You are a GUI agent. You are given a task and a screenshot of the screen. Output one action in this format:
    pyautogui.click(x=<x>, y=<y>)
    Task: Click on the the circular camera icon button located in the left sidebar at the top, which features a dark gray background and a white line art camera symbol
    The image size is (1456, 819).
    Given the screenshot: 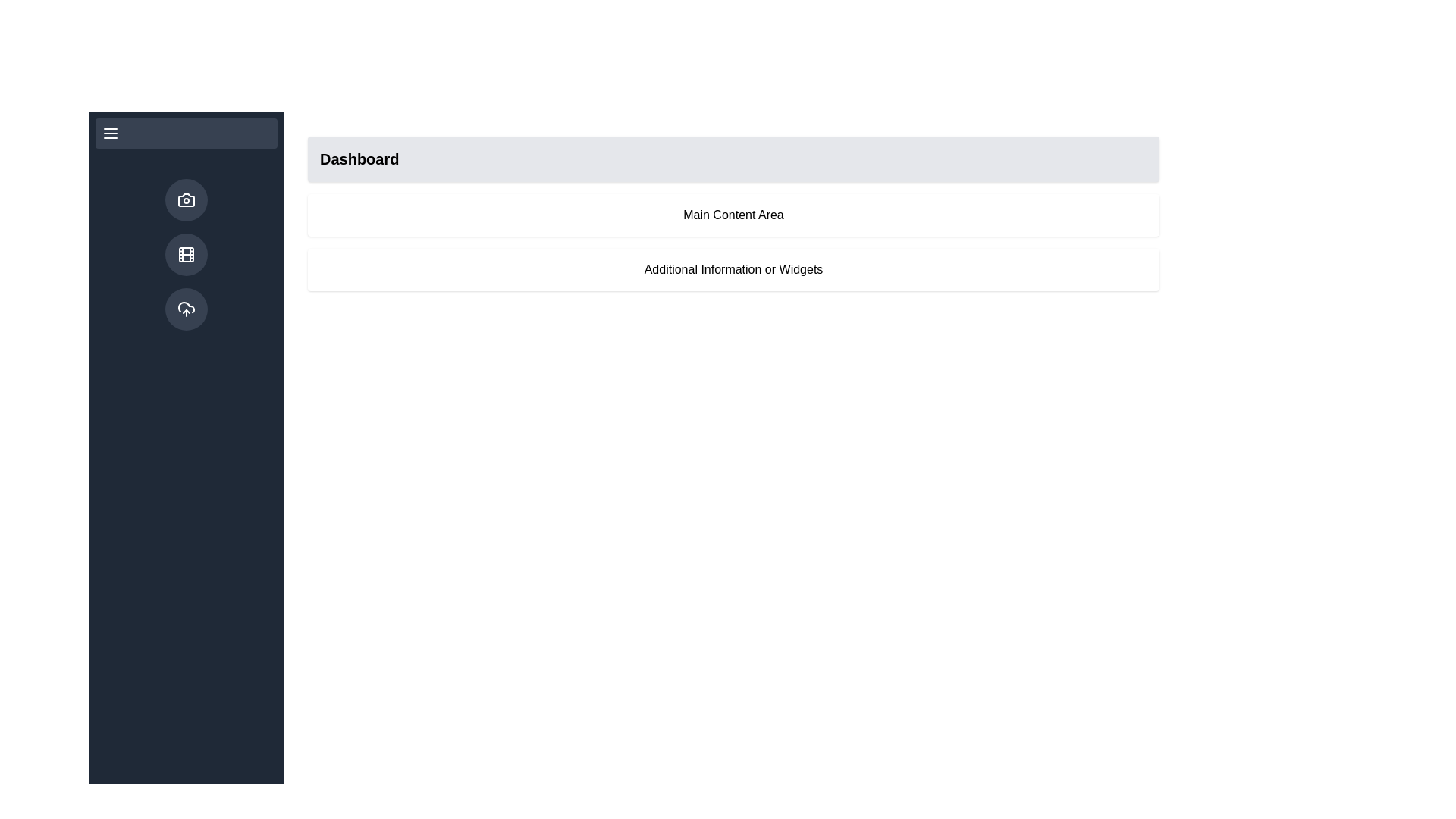 What is the action you would take?
    pyautogui.click(x=185, y=199)
    